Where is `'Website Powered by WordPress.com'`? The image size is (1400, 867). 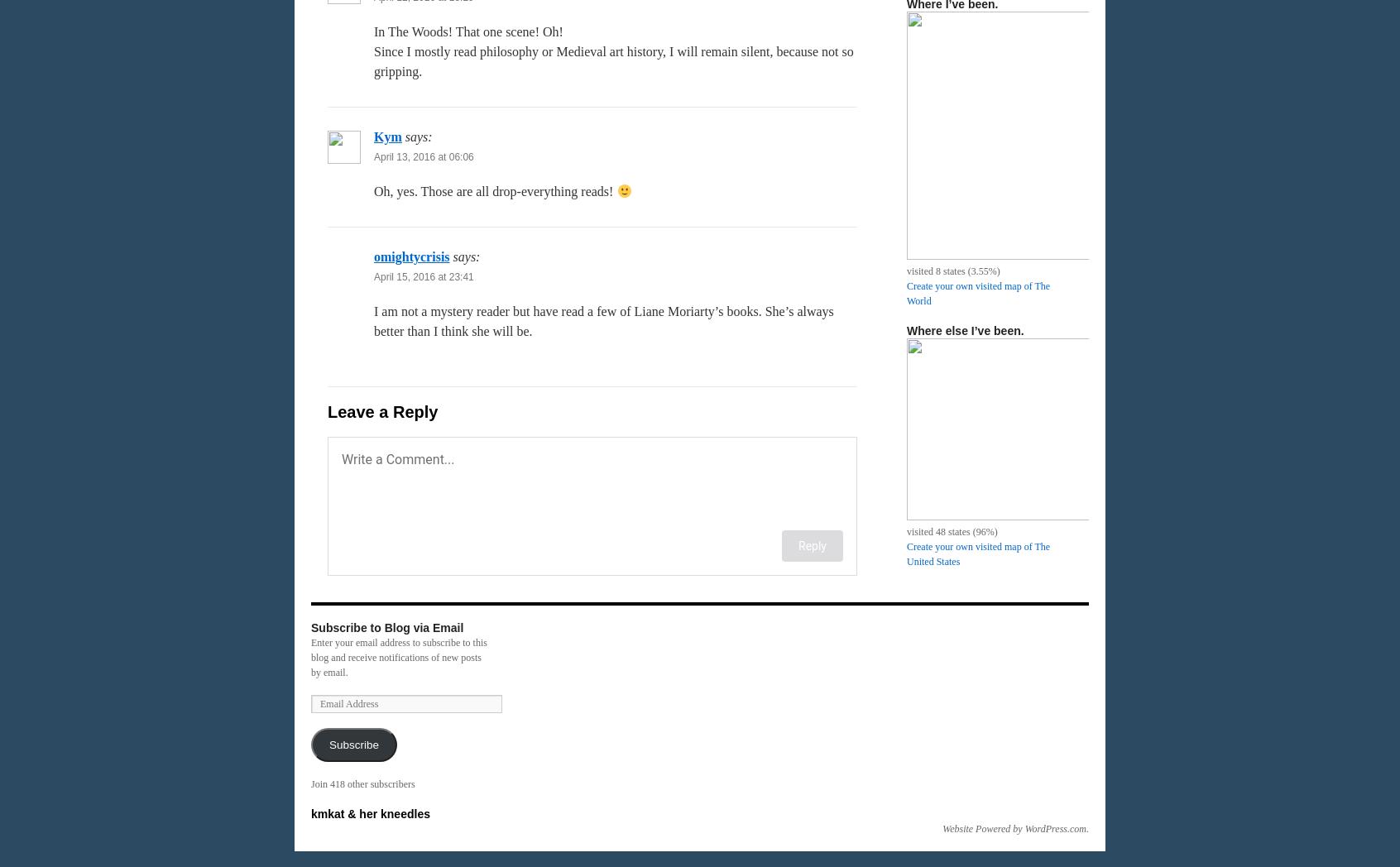
'Website Powered by WordPress.com' is located at coordinates (1014, 827).